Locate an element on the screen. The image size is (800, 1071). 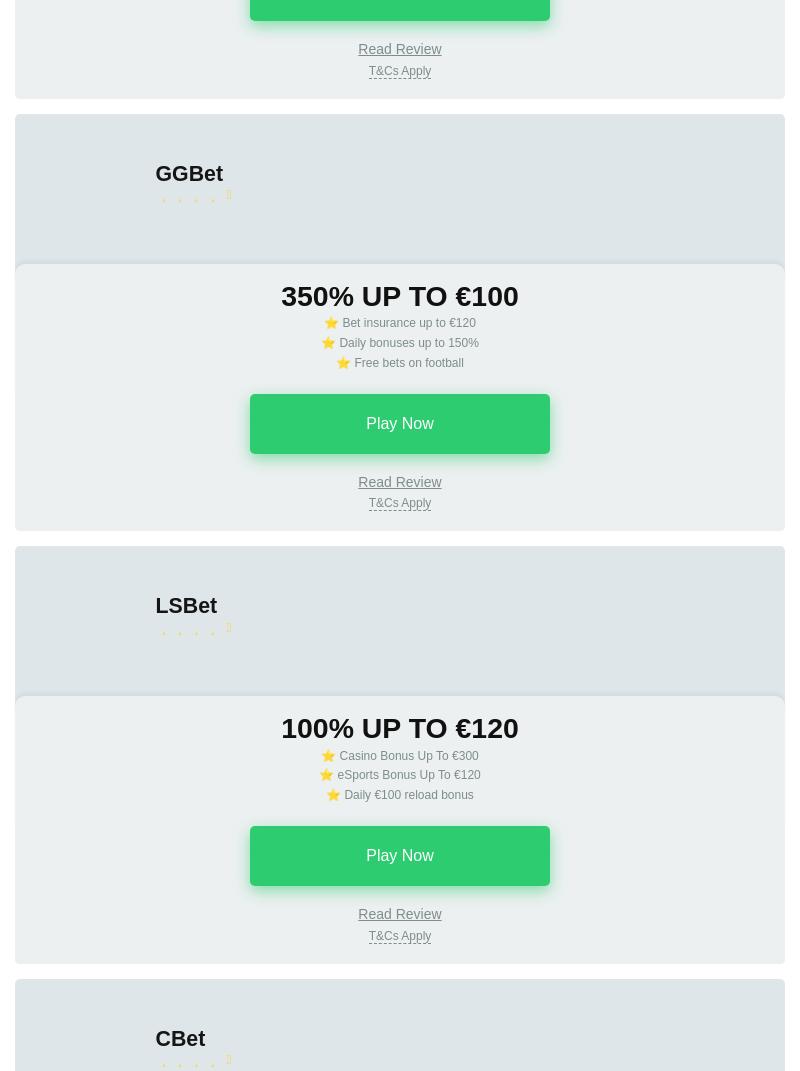
'Must wager deposit + bonus x 5. Must bet on wager offering 2.1 in odds and higher. Multiple bets on the same event are not allowed. Maximum bet amount £200. T&Cs Apply.' is located at coordinates (398, 141).